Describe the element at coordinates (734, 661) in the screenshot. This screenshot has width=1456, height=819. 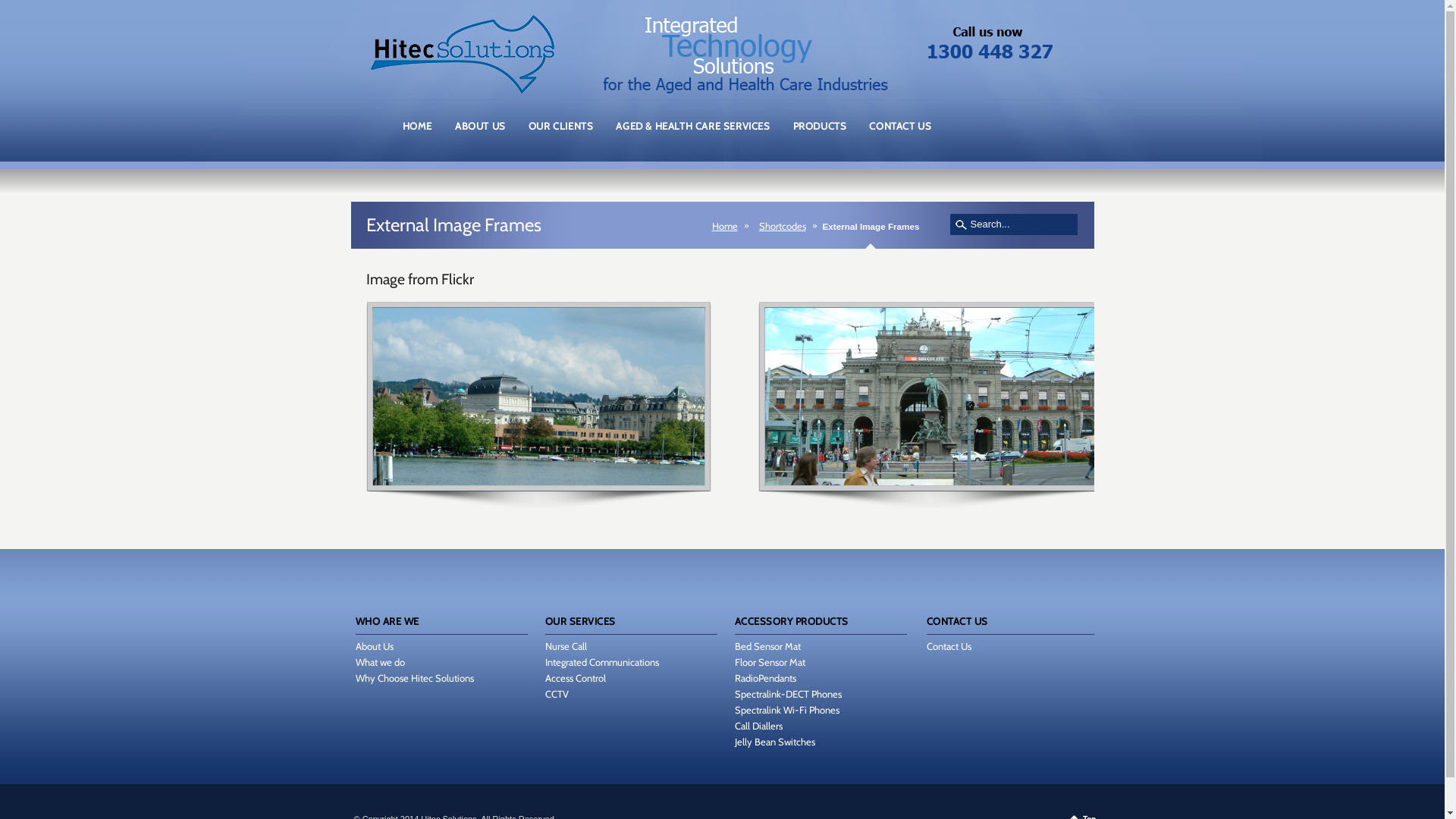
I see `'Floor Sensor Mat'` at that location.